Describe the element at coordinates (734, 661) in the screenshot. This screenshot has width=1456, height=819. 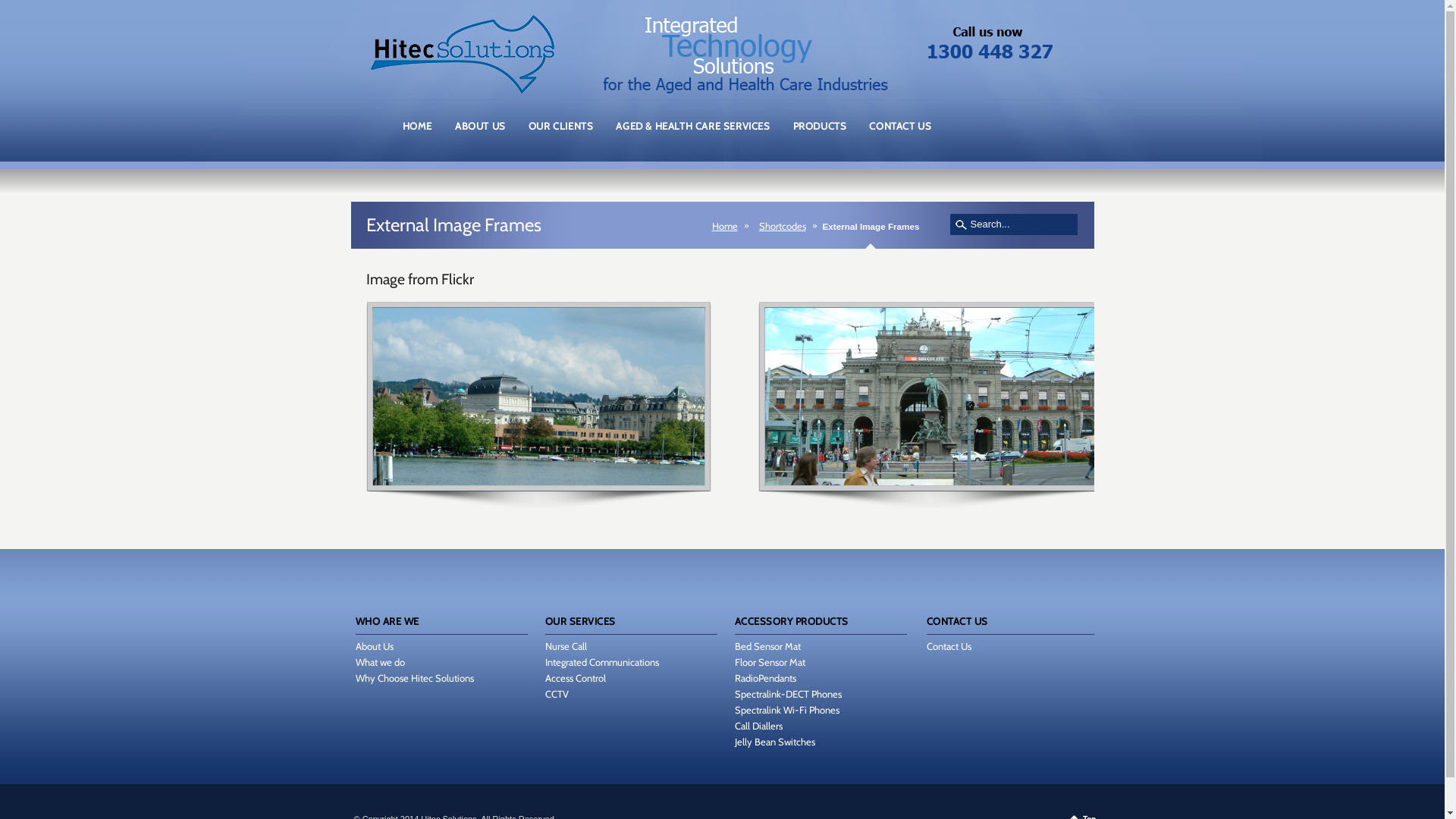
I see `'Floor Sensor Mat'` at that location.